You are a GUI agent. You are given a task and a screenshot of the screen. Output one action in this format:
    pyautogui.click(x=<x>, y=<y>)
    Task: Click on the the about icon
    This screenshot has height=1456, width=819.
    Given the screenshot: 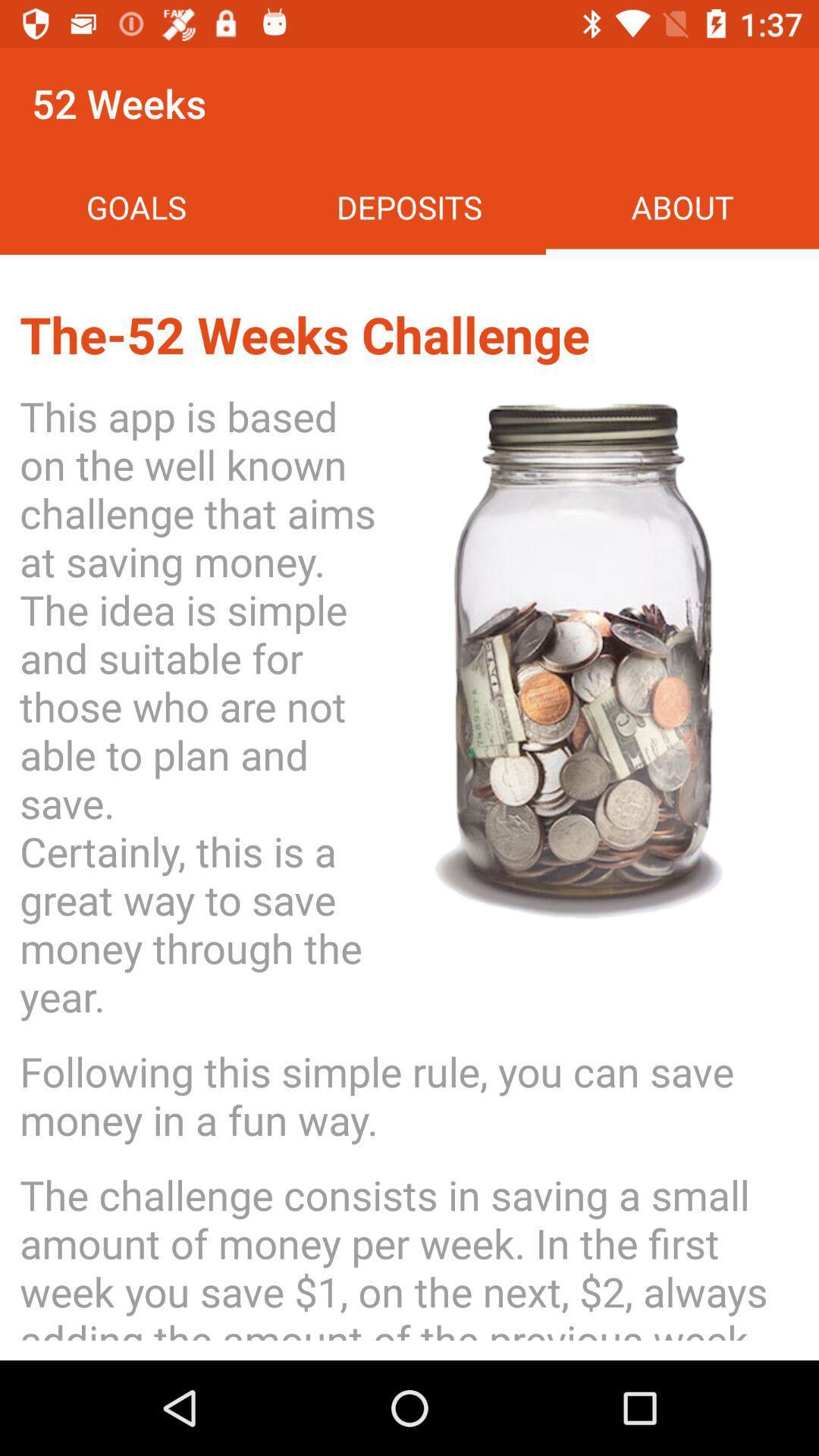 What is the action you would take?
    pyautogui.click(x=681, y=206)
    